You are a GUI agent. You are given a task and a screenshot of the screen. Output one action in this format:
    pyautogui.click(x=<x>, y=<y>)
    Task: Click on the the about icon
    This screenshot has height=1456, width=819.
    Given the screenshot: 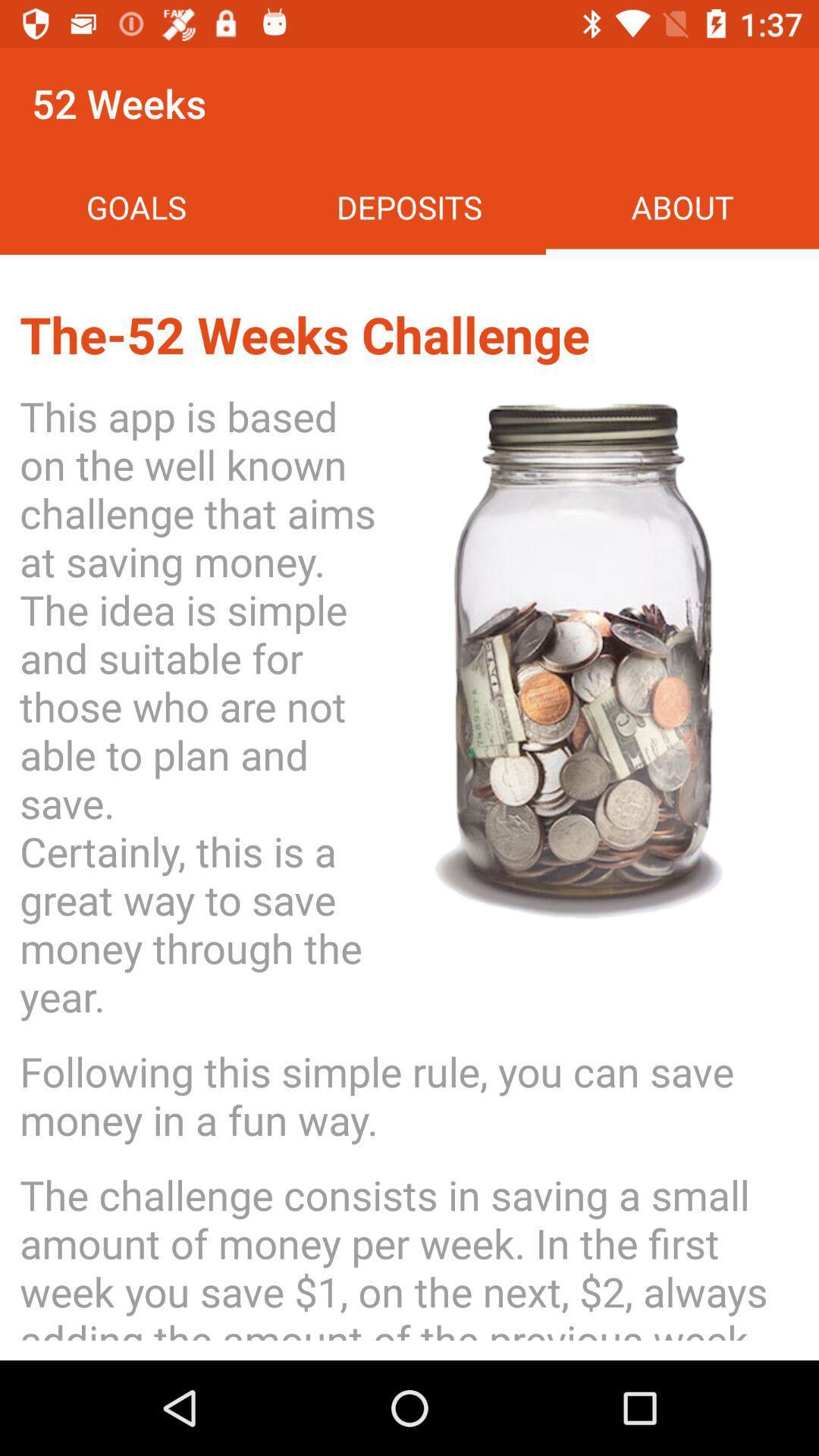 What is the action you would take?
    pyautogui.click(x=681, y=206)
    